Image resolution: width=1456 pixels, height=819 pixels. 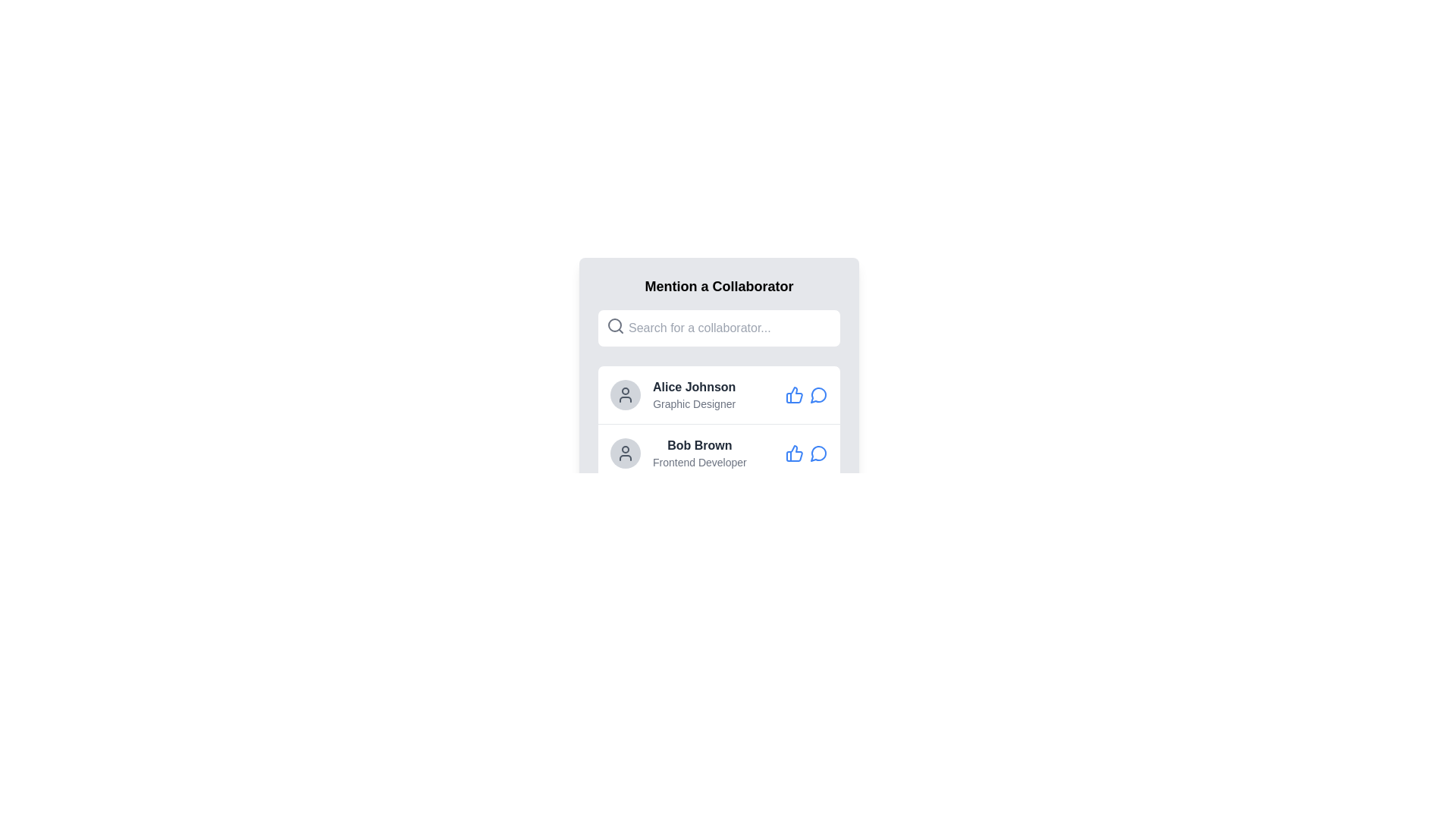 What do you see at coordinates (626, 394) in the screenshot?
I see `the circular avatar icon with a gray background and a user silhouette, located to the left of 'Alice Johnson Graphic Designer'` at bounding box center [626, 394].